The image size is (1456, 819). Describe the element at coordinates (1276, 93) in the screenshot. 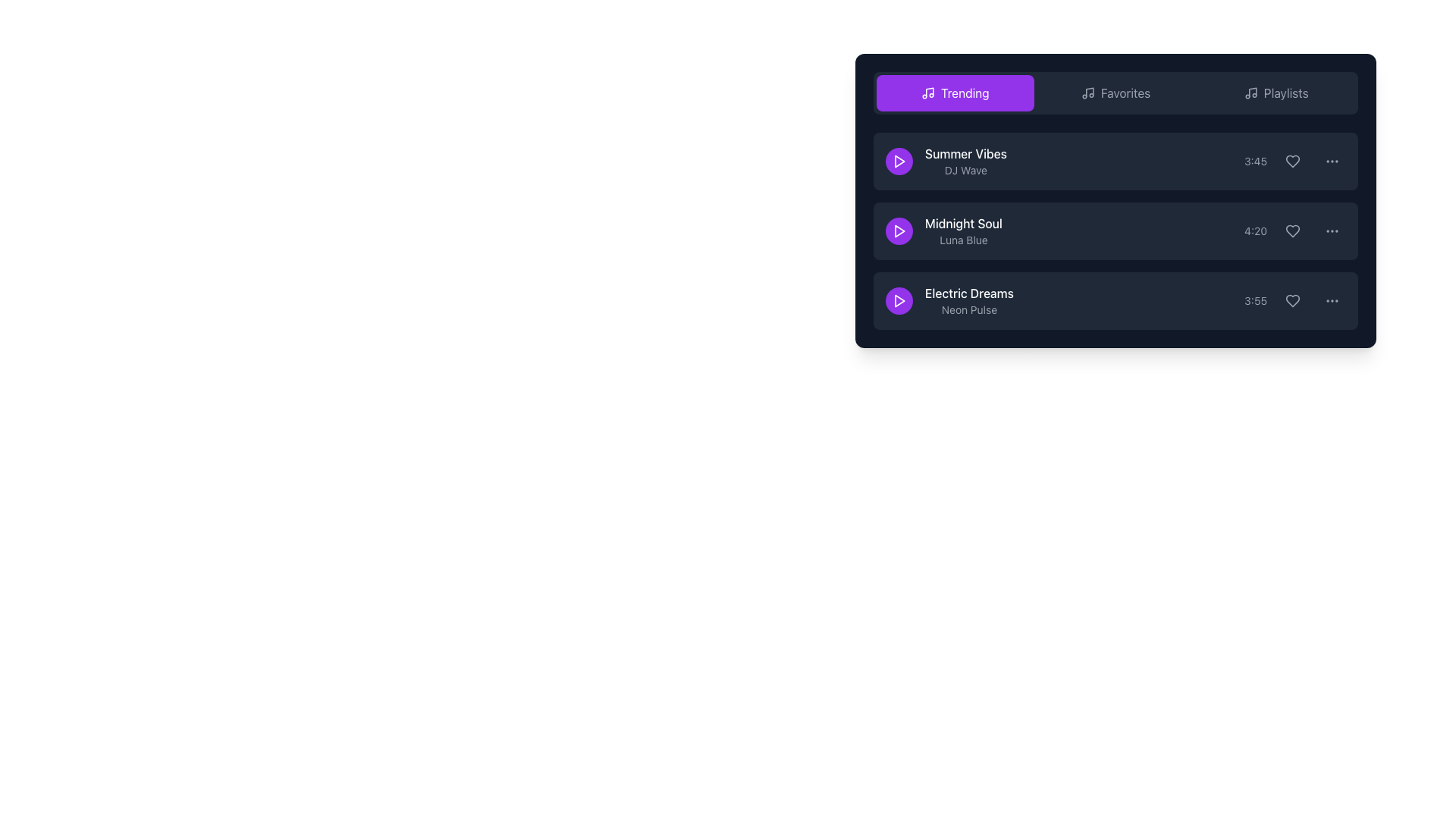

I see `the 'Playlists' button in the navigation tab` at that location.